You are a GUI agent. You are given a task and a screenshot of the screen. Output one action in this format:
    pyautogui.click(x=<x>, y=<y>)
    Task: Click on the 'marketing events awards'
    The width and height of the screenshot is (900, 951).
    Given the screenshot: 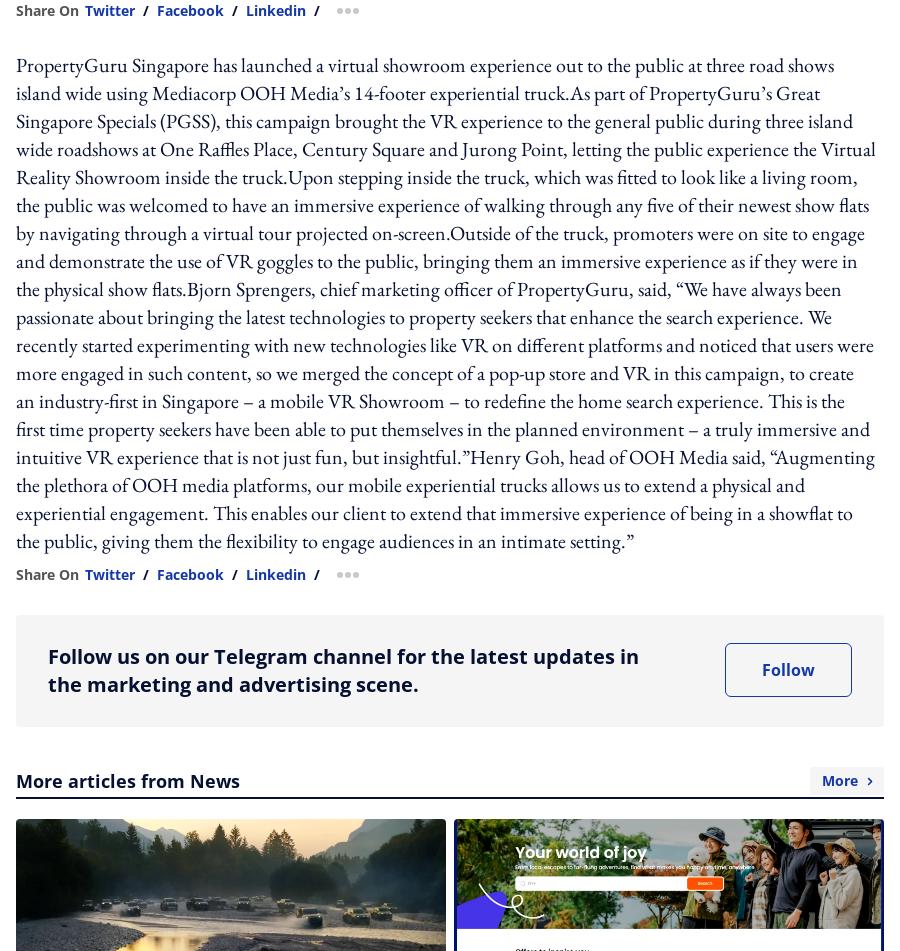 What is the action you would take?
    pyautogui.click(x=407, y=128)
    